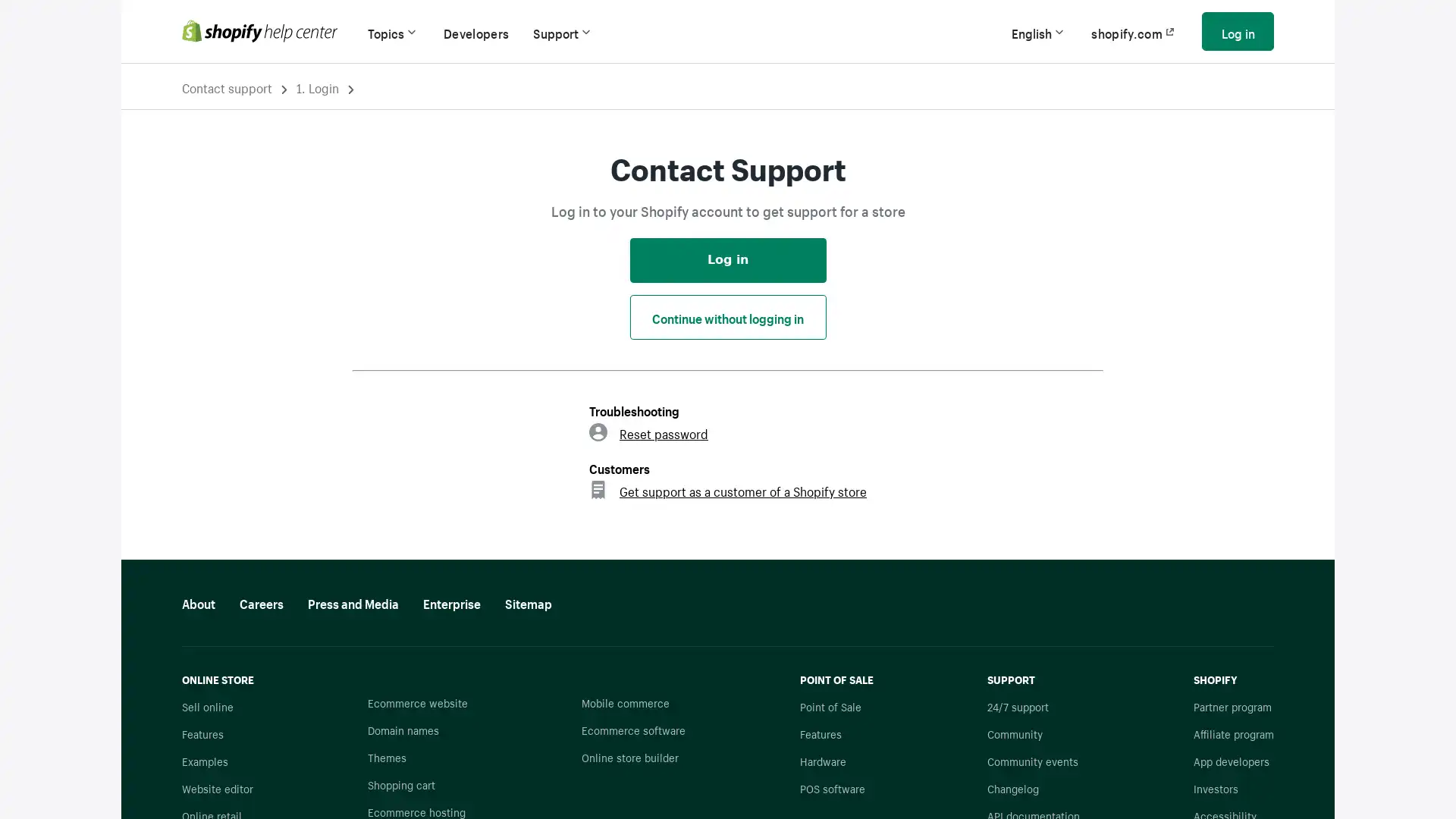 This screenshot has width=1456, height=819. I want to click on Log in, so click(1238, 31).